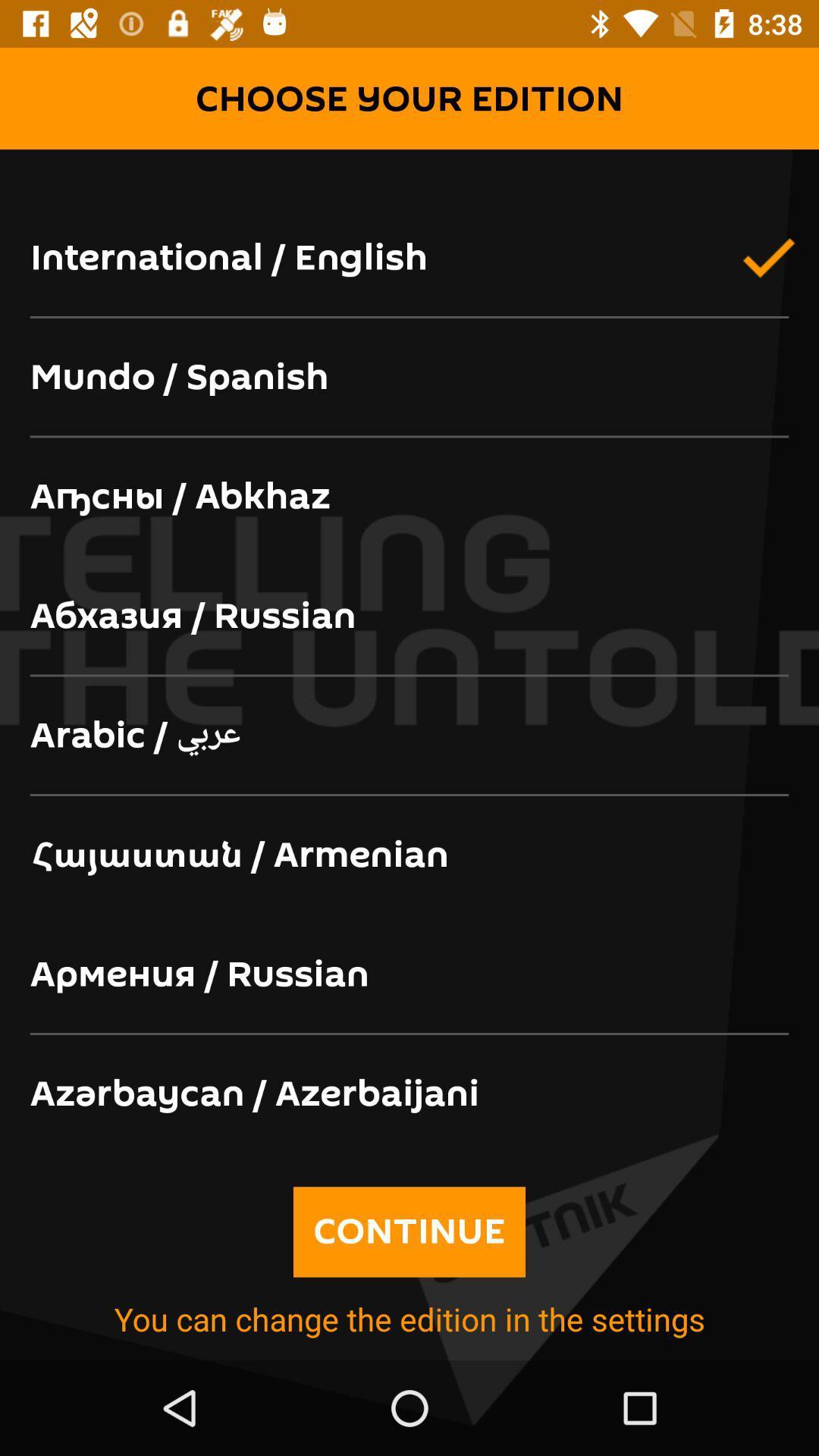 Image resolution: width=819 pixels, height=1456 pixels. I want to click on the app below choose your edition item, so click(409, 174).